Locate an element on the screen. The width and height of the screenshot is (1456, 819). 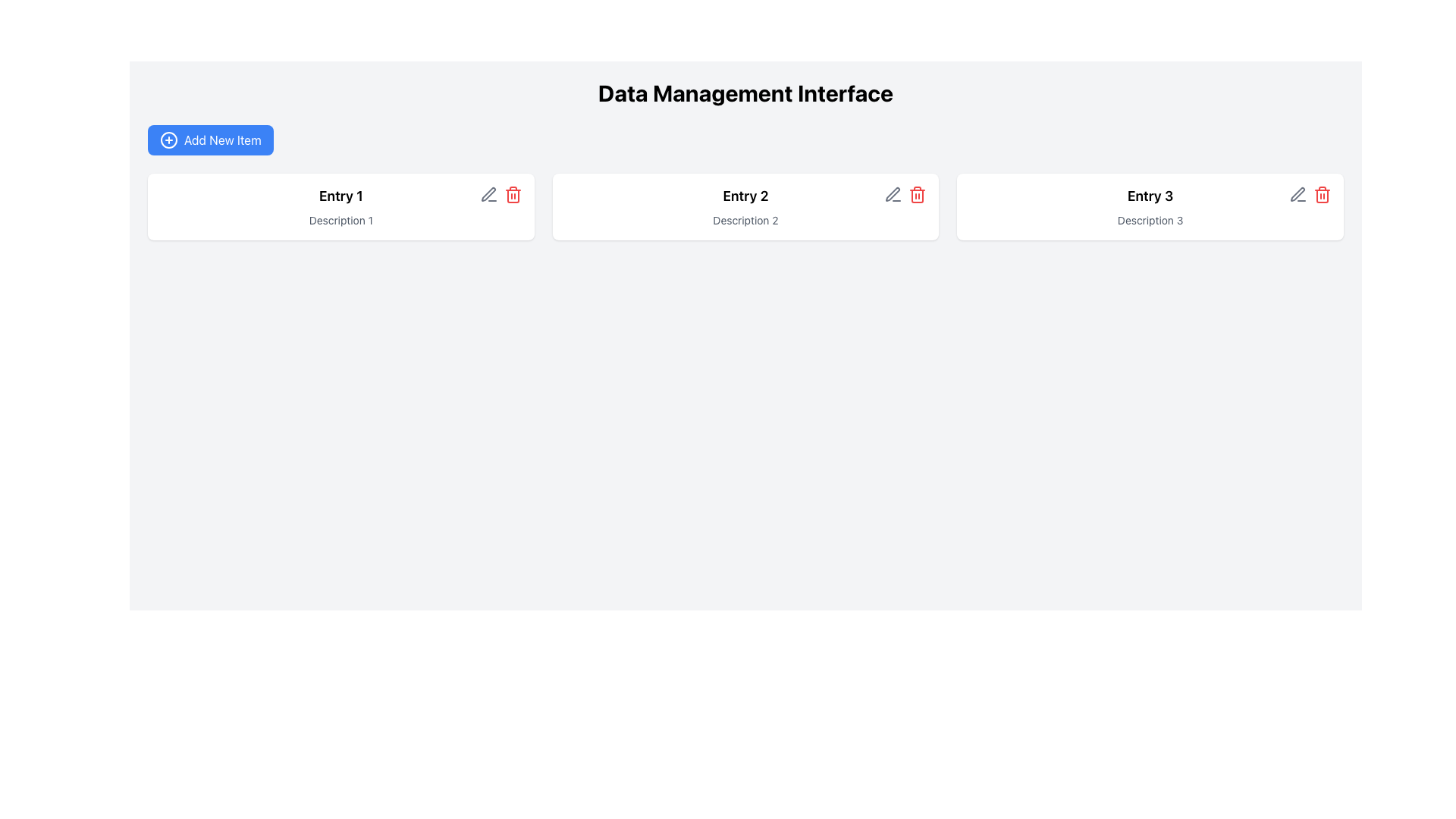
the text label that serves as the title for the card, positioned at the top of the first card in a horizontal series of three cards is located at coordinates (340, 195).